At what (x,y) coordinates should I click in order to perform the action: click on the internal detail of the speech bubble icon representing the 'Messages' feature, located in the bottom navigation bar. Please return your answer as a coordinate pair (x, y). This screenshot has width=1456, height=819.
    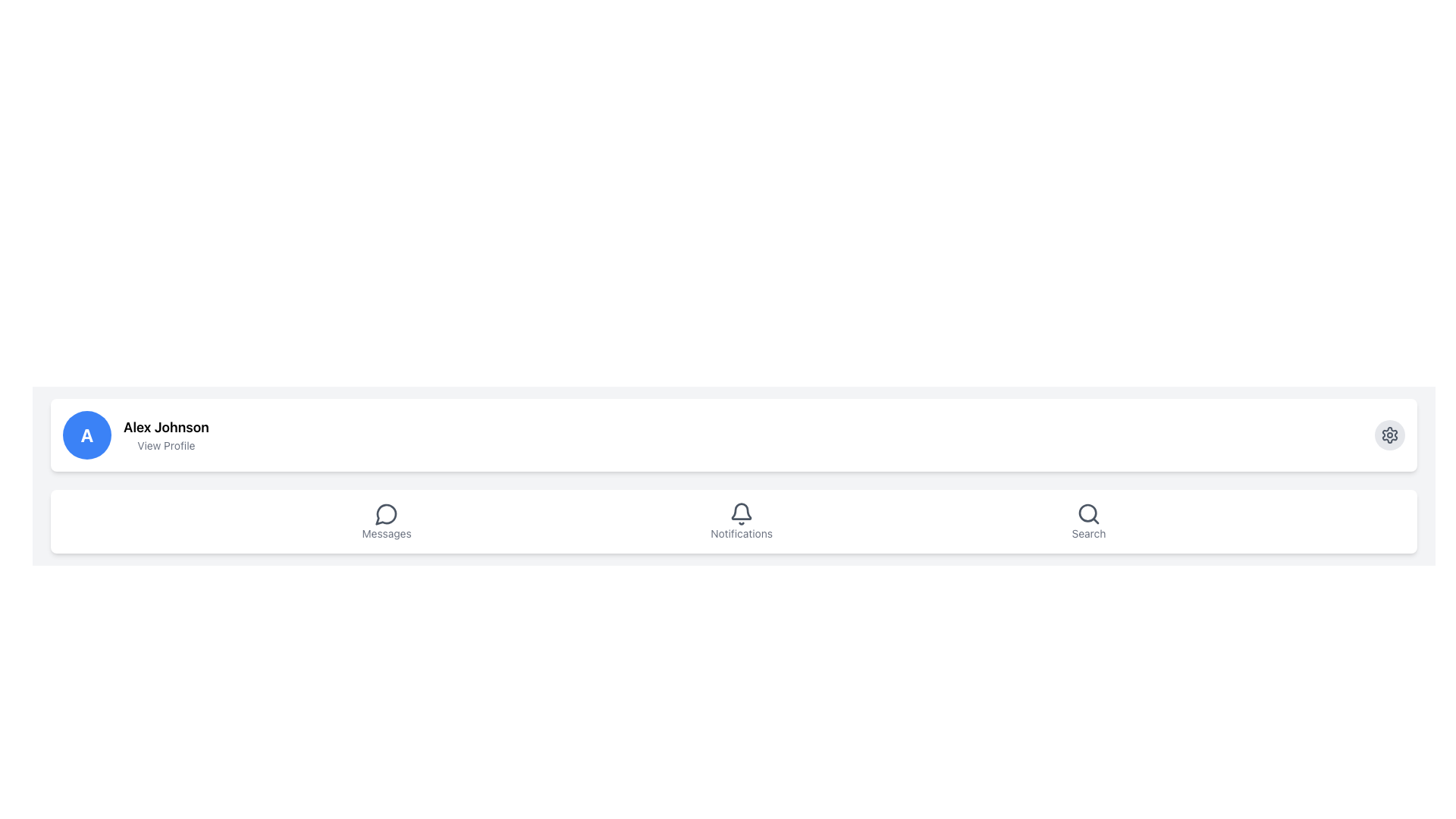
    Looking at the image, I should click on (386, 513).